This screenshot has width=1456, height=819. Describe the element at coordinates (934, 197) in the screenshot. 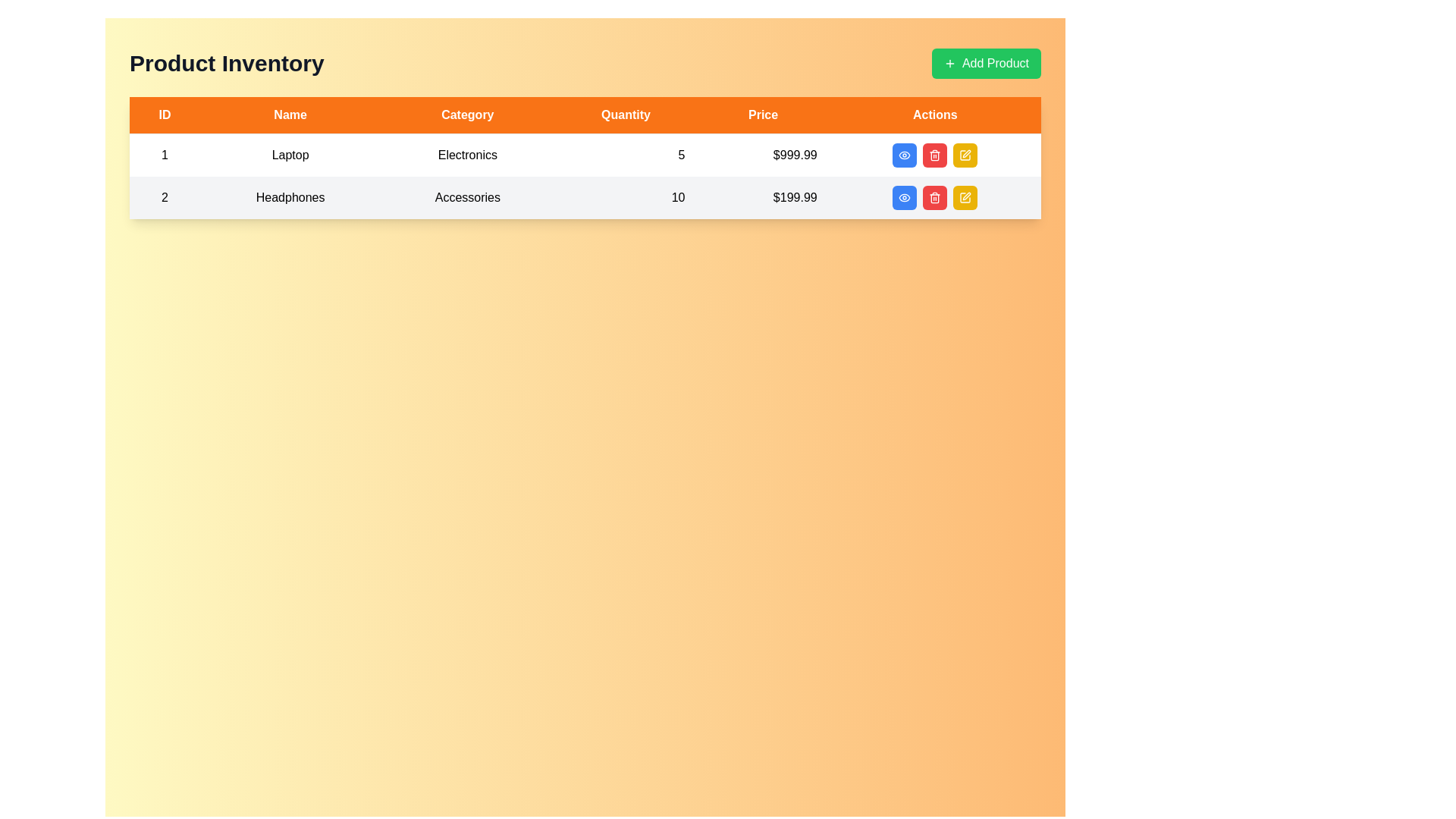

I see `the red rounded rectangle button with a trash bin icon located in the 'Actions' column next to the second row of data` at that location.